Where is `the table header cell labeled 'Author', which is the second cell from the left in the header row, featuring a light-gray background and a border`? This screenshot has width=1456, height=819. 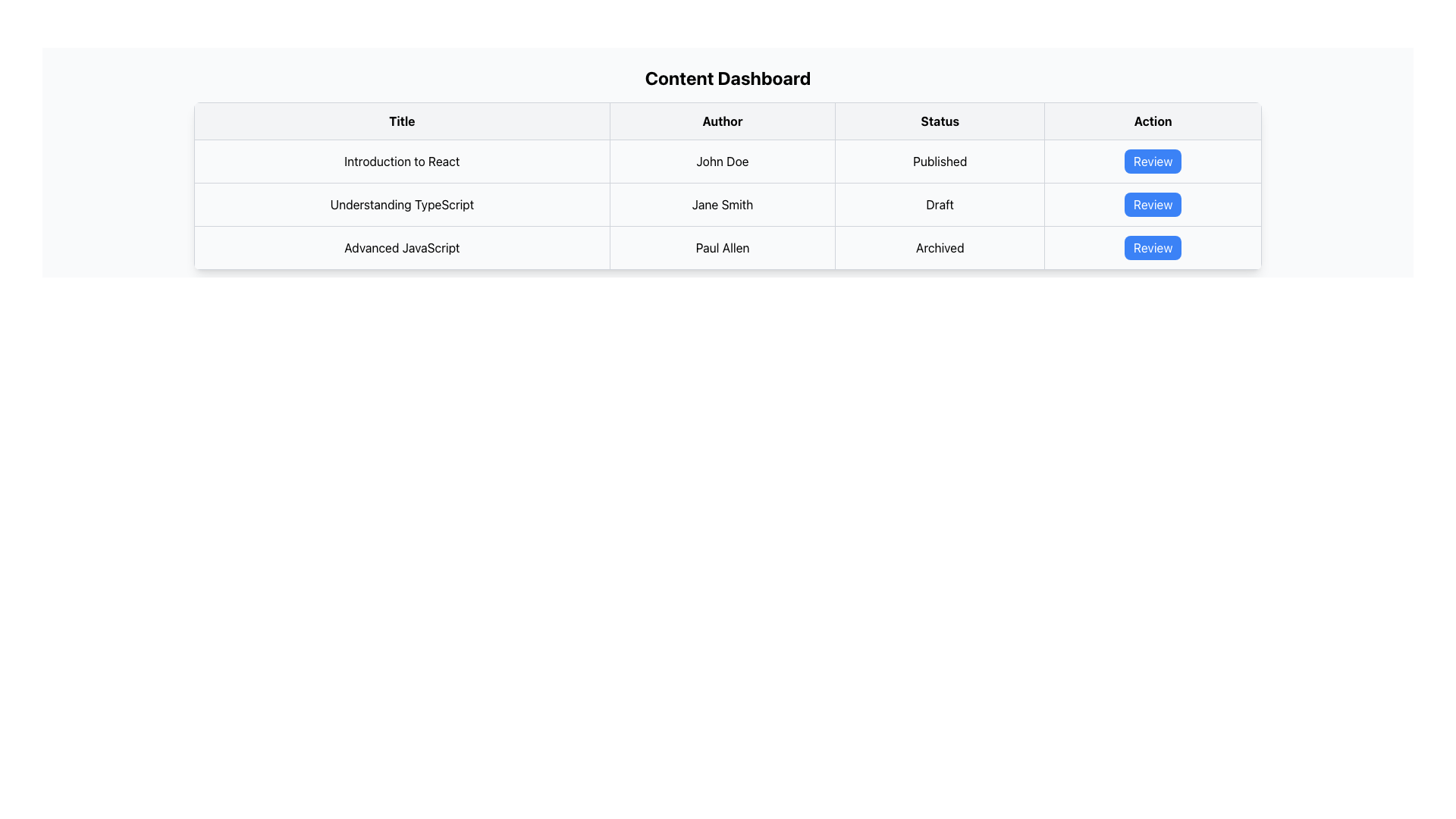
the table header cell labeled 'Author', which is the second cell from the left in the header row, featuring a light-gray background and a border is located at coordinates (721, 120).